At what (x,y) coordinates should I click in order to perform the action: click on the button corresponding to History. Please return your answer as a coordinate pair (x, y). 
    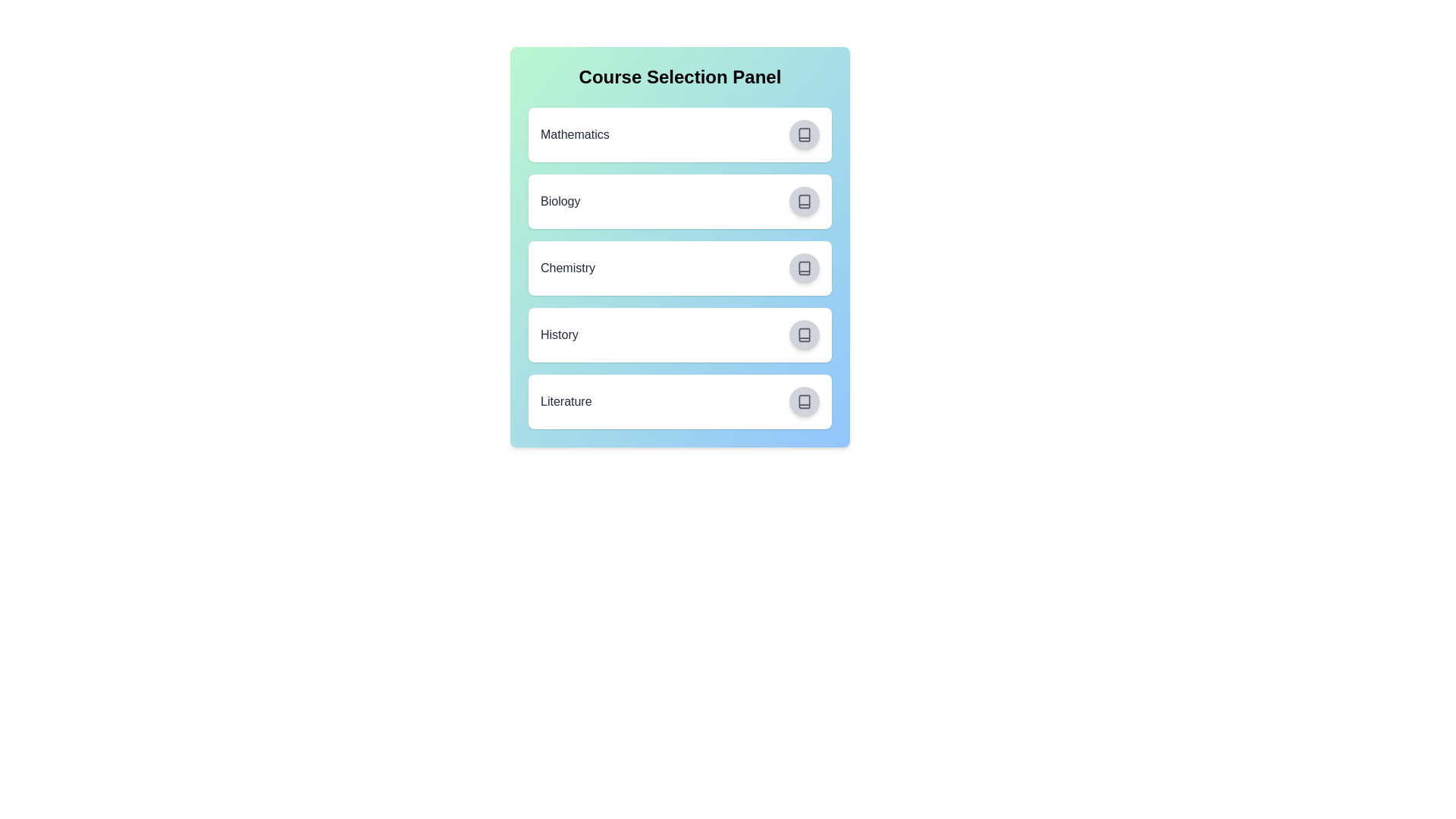
    Looking at the image, I should click on (803, 334).